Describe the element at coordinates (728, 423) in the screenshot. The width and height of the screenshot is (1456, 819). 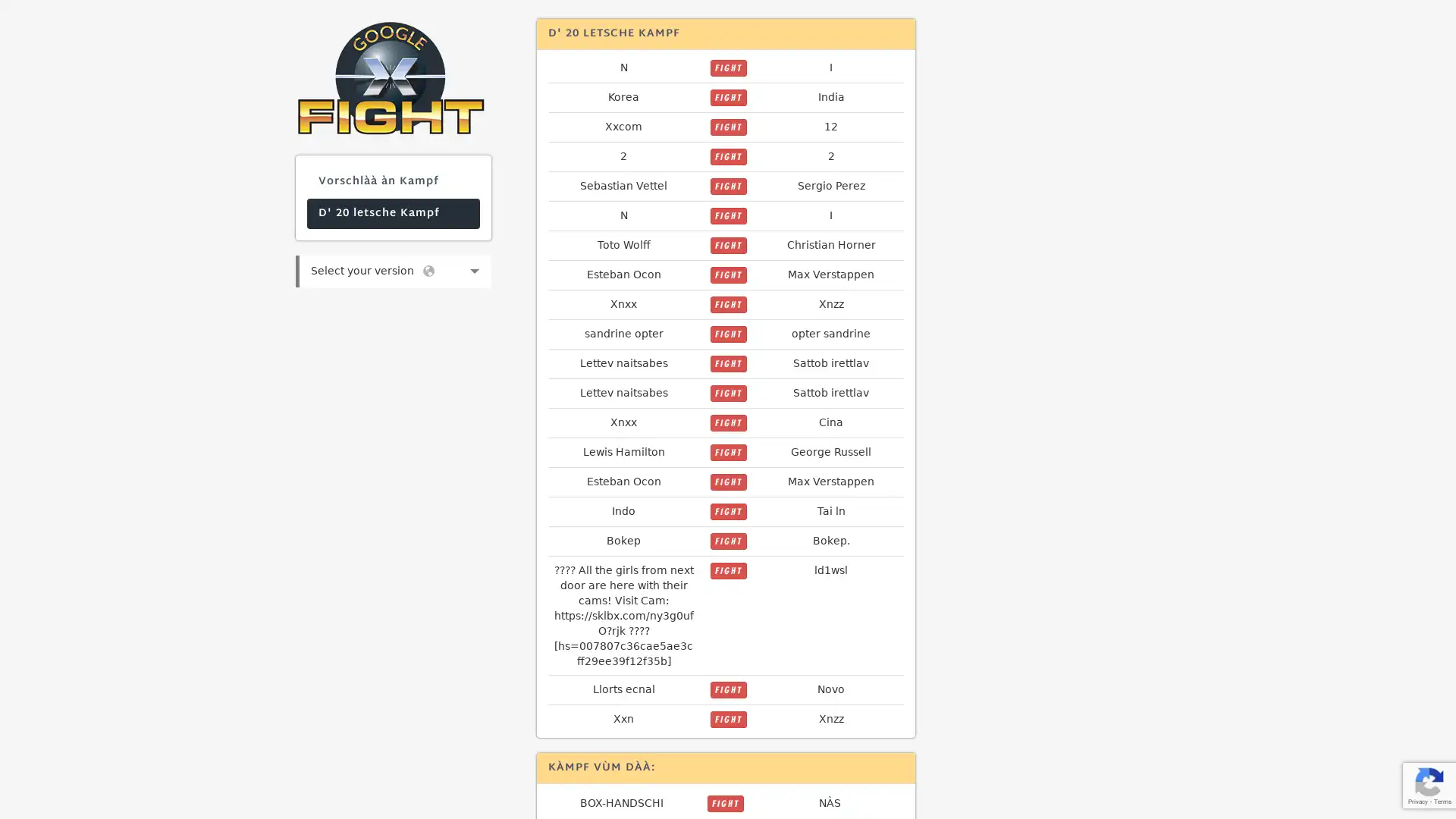
I see `FIGHT` at that location.